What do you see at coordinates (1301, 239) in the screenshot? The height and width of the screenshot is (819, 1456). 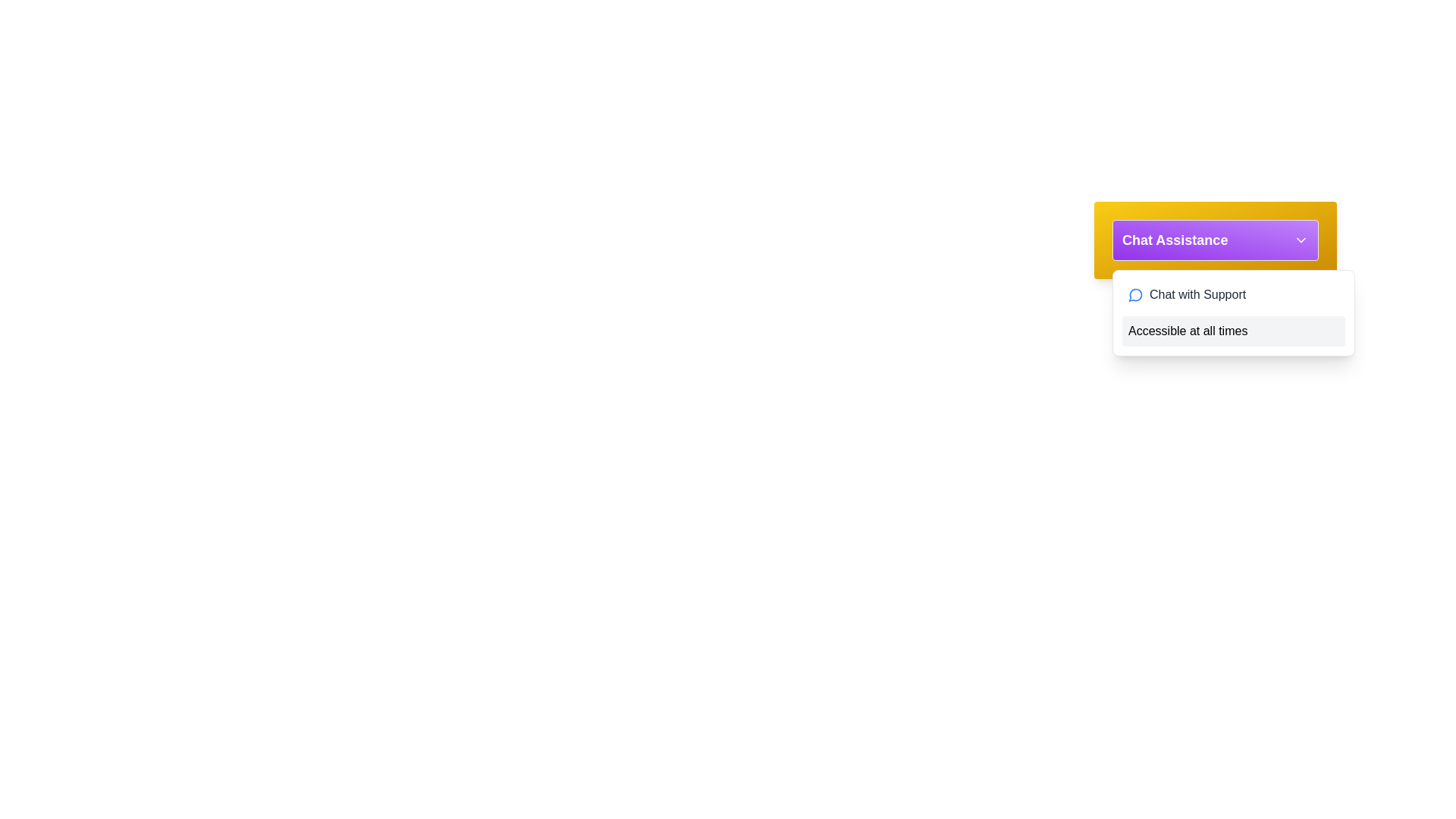 I see `the downward-facing chevron icon located on the right side of the 'Chat Assistance' button` at bounding box center [1301, 239].